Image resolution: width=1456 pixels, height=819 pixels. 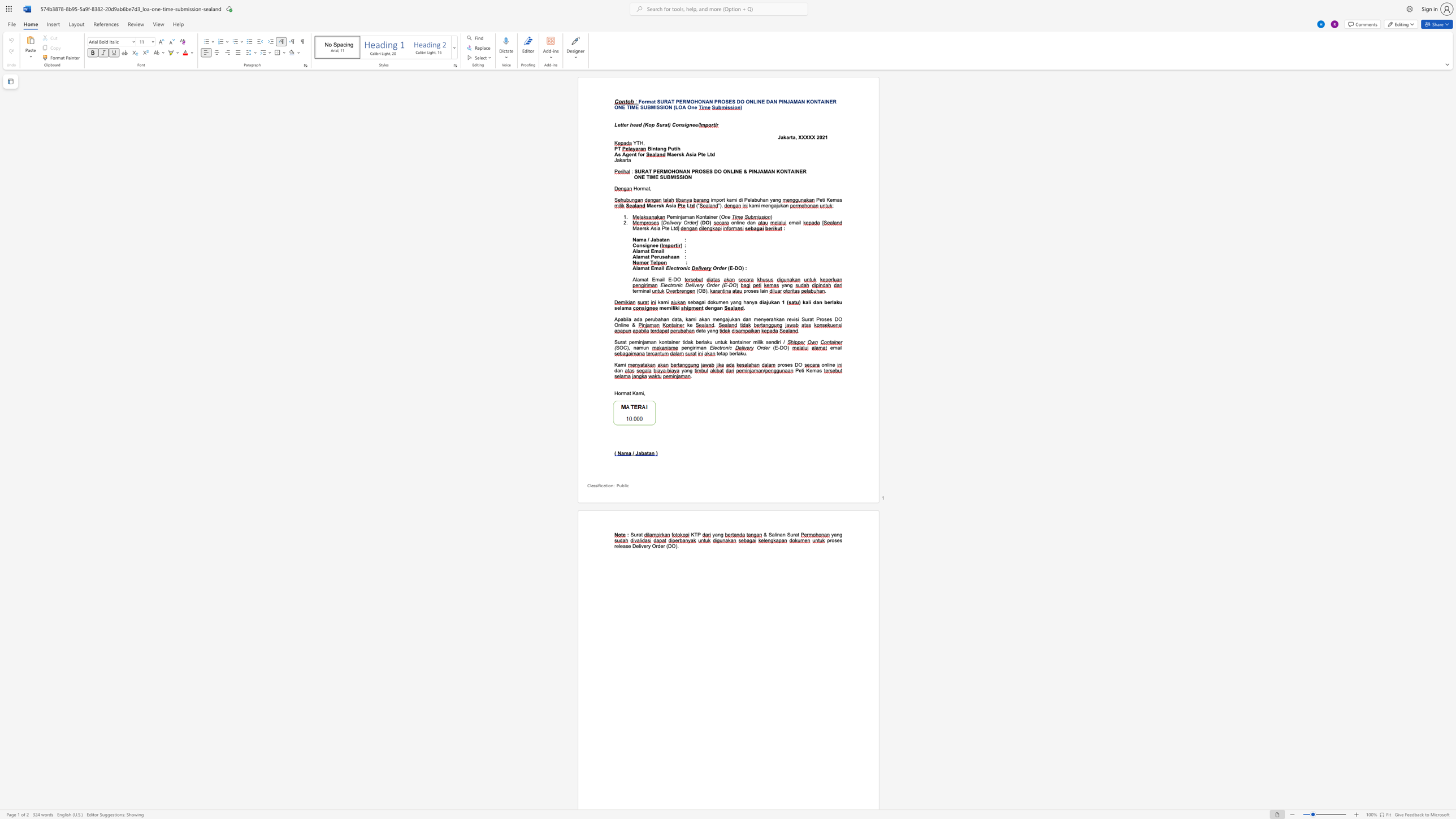 What do you see at coordinates (643, 107) in the screenshot?
I see `the subset text "UBM" within the text "ONE TIME SUBMISSION"` at bounding box center [643, 107].